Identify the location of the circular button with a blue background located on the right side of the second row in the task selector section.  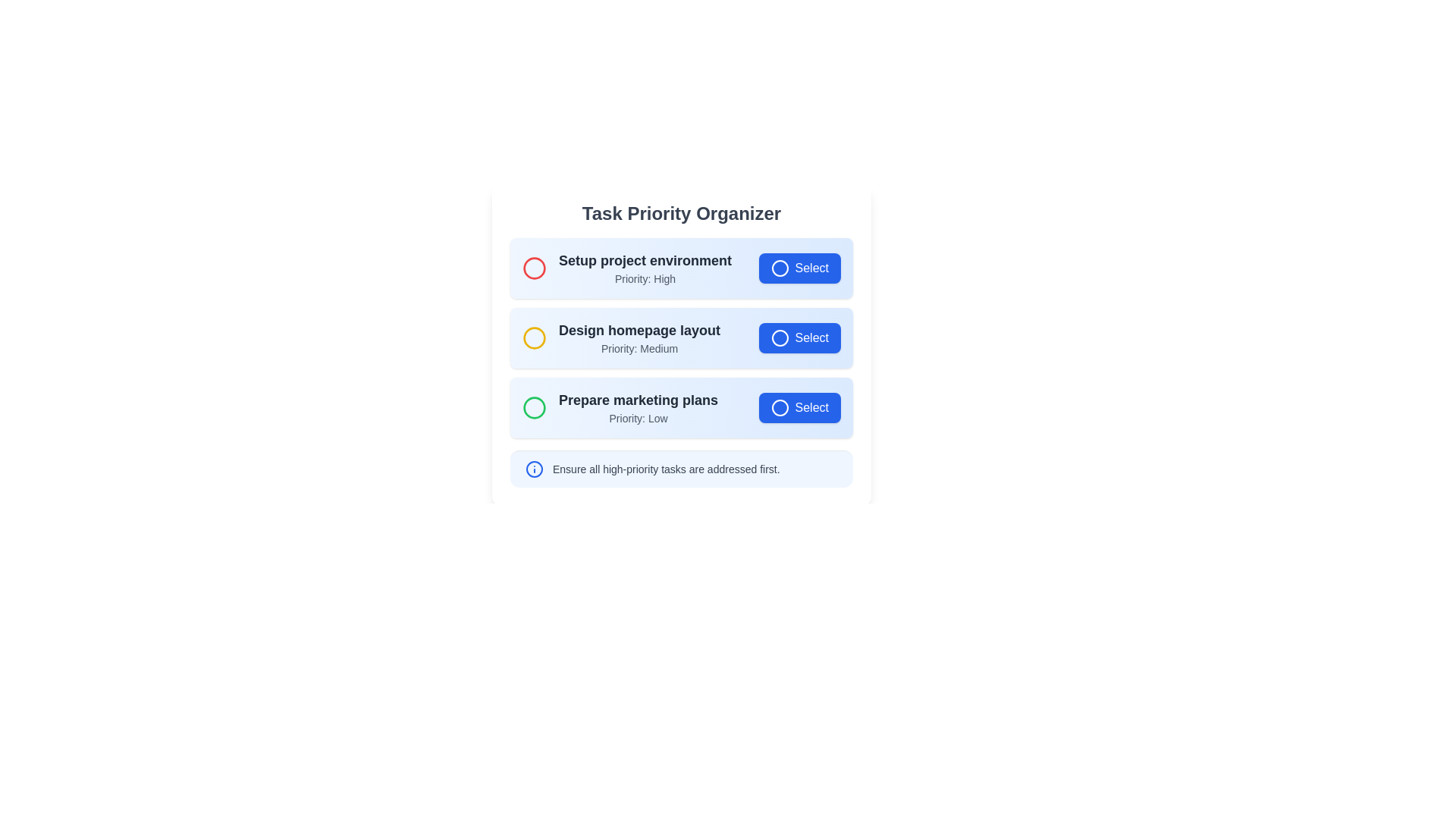
(780, 337).